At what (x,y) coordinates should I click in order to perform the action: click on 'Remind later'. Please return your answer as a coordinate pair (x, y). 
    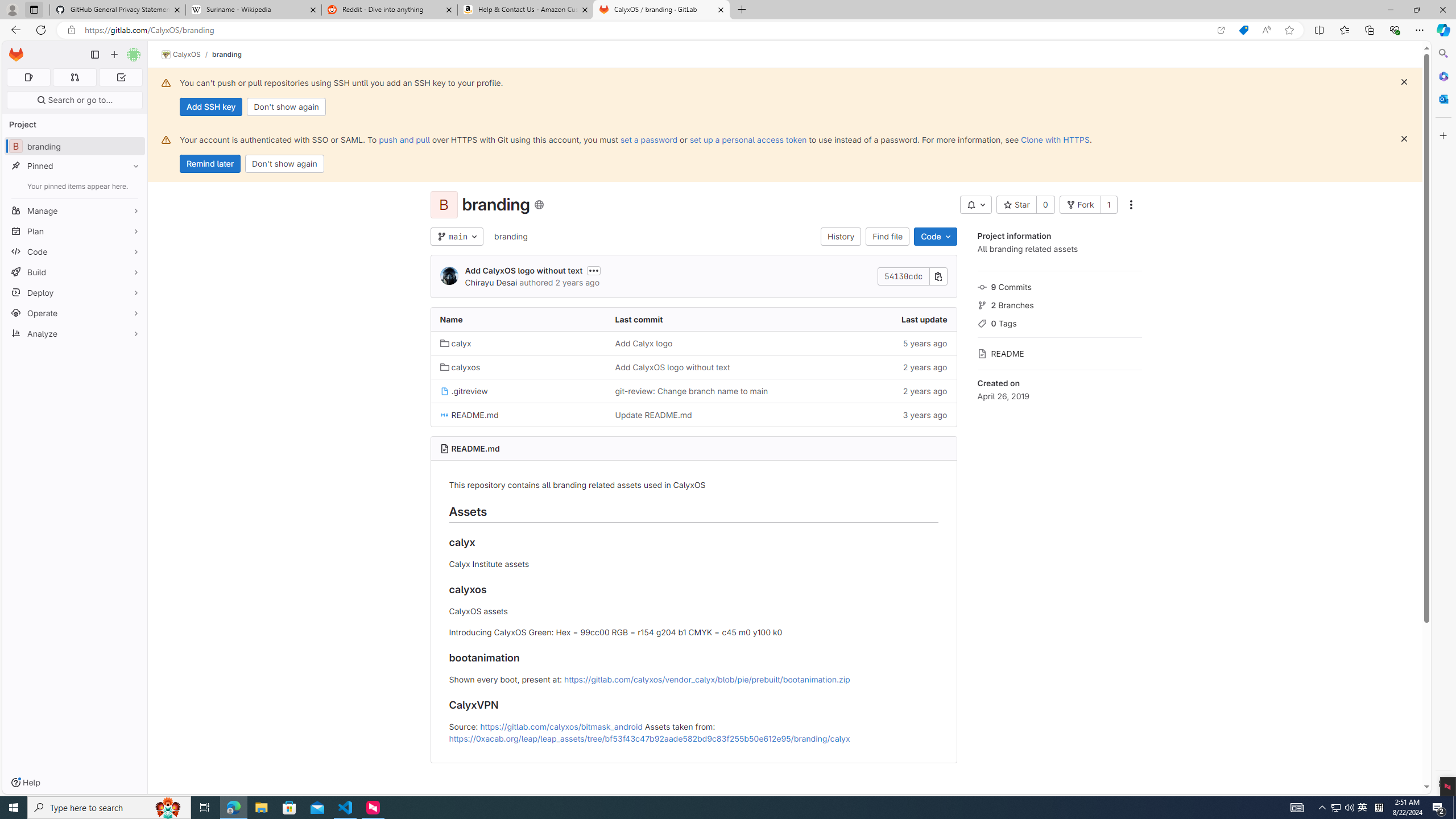
    Looking at the image, I should click on (209, 163).